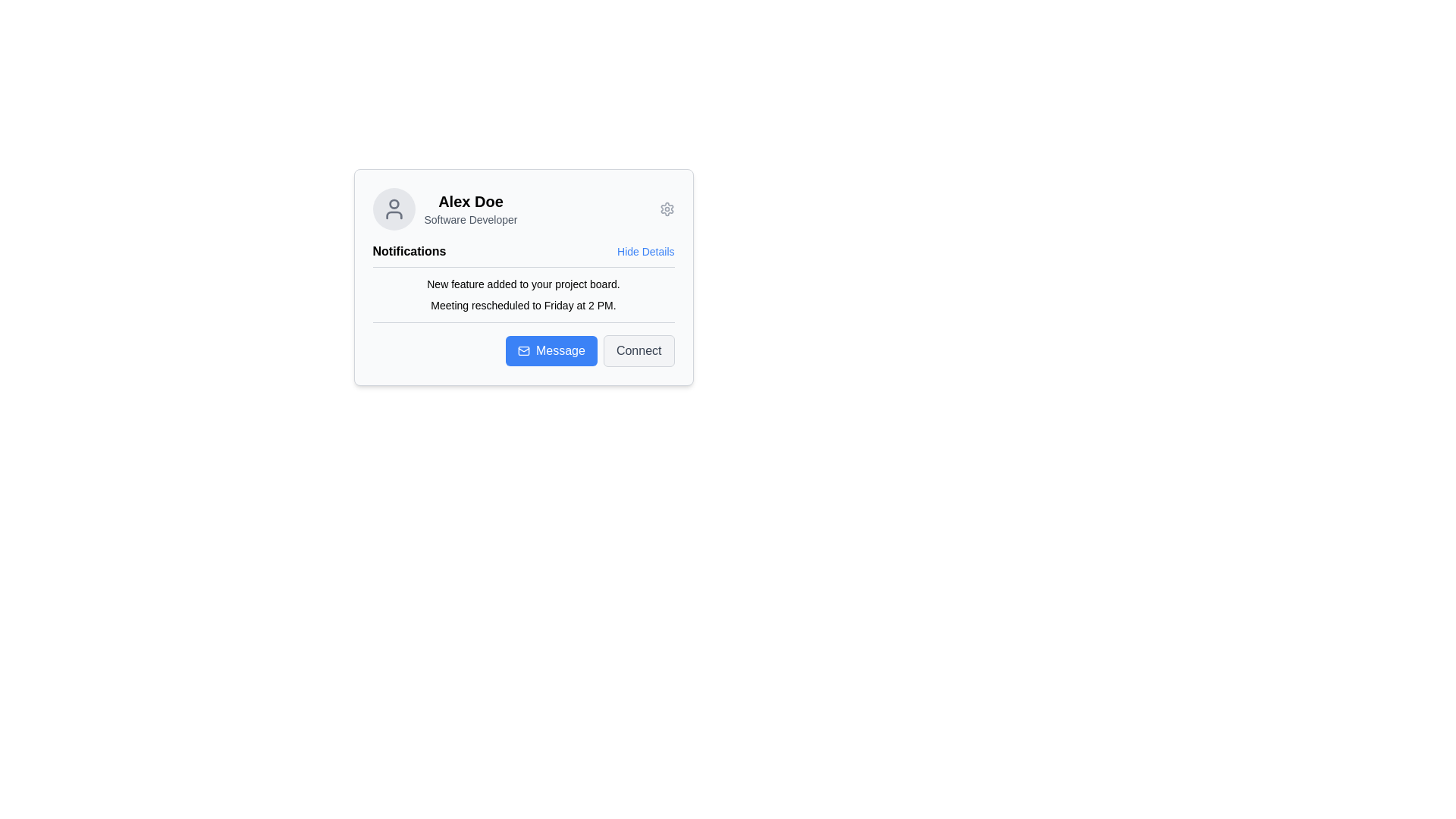 Image resolution: width=1456 pixels, height=819 pixels. Describe the element at coordinates (524, 350) in the screenshot. I see `the envelope icon with a blue background, located inside the 'Message' button at the bottom left corner of the card interface` at that location.